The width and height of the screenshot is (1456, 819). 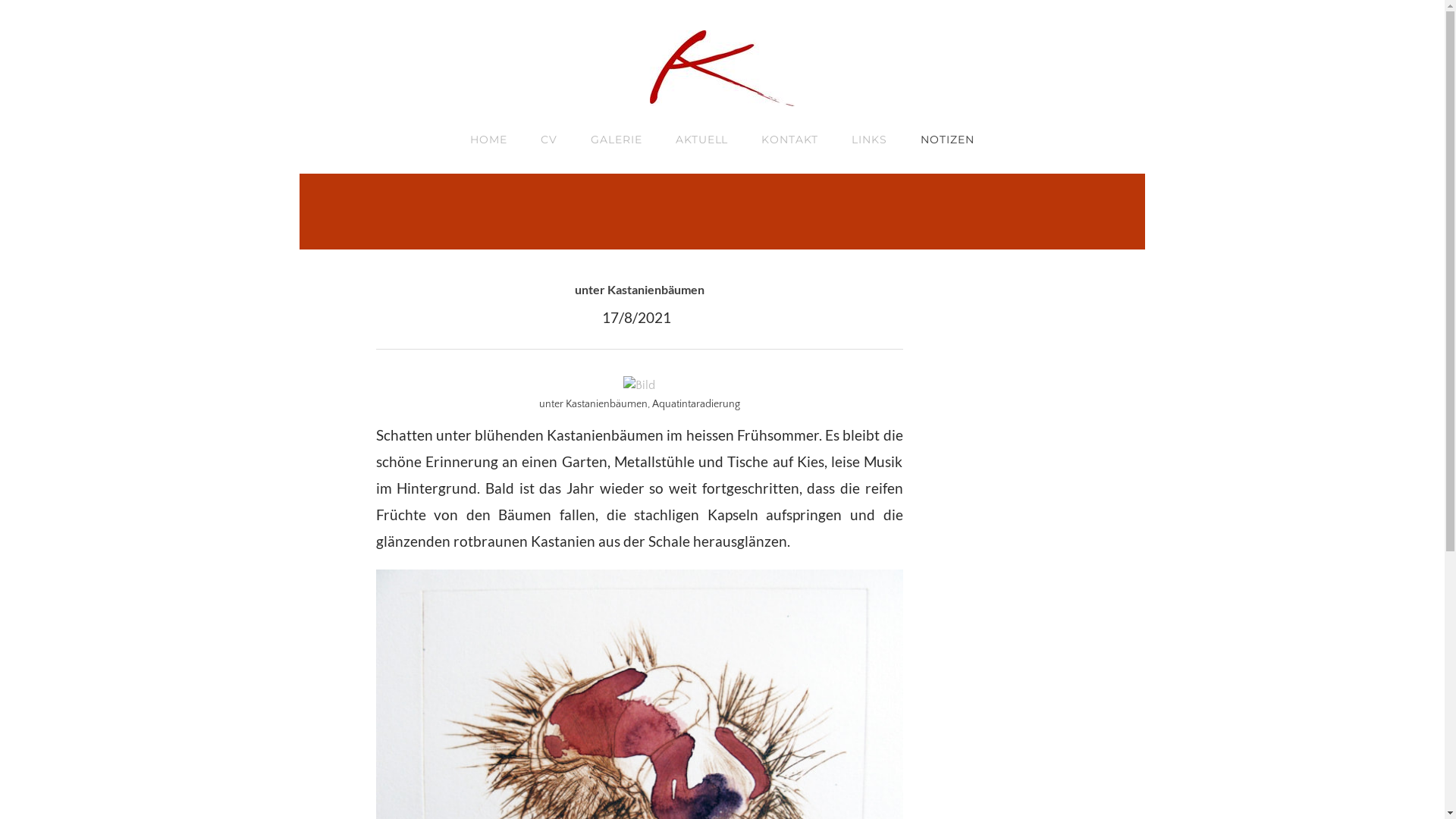 I want to click on 'GALERIE', so click(x=616, y=140).